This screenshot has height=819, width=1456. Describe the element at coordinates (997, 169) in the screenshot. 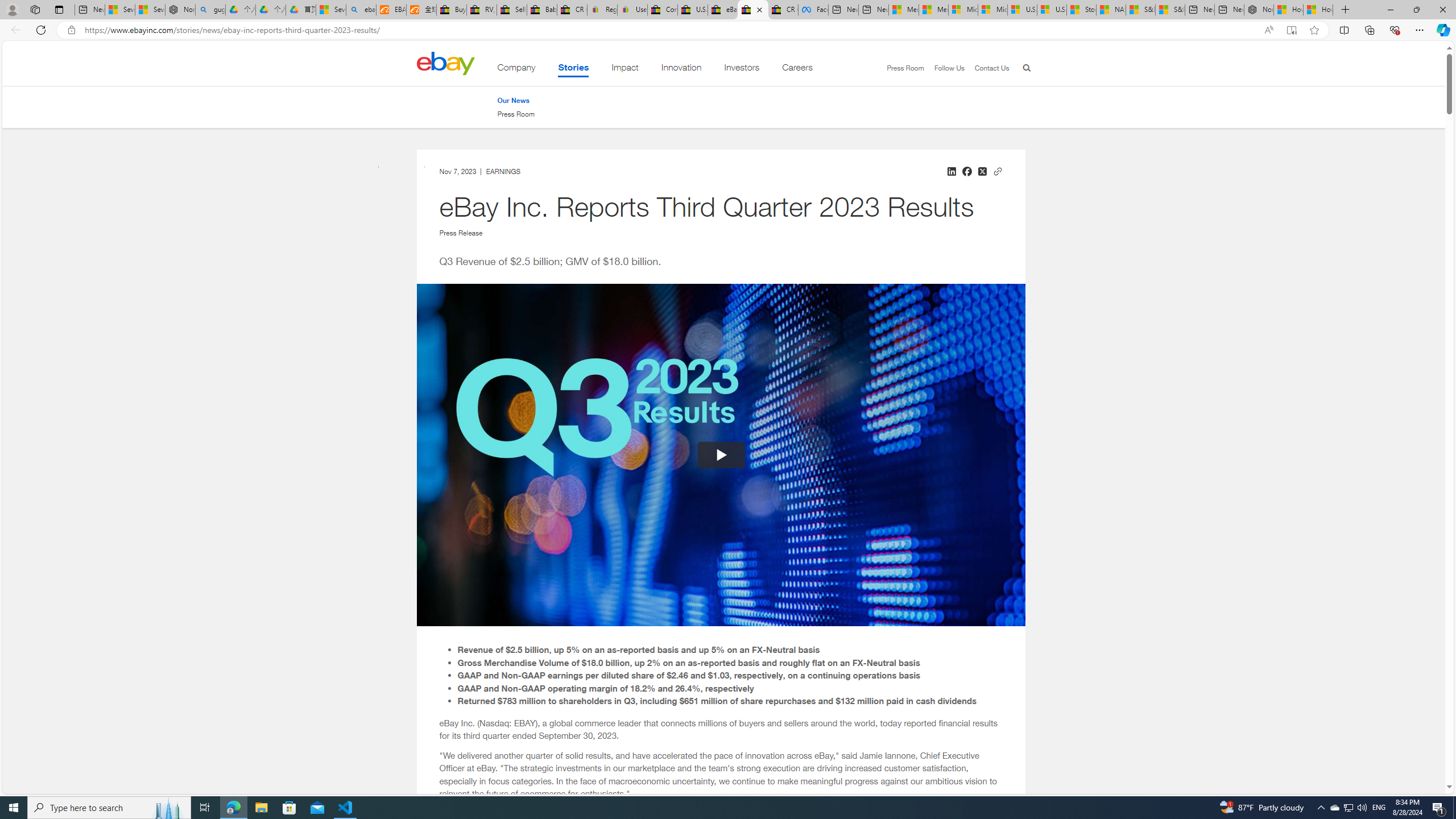

I see `'Copy link to clipboard'` at that location.